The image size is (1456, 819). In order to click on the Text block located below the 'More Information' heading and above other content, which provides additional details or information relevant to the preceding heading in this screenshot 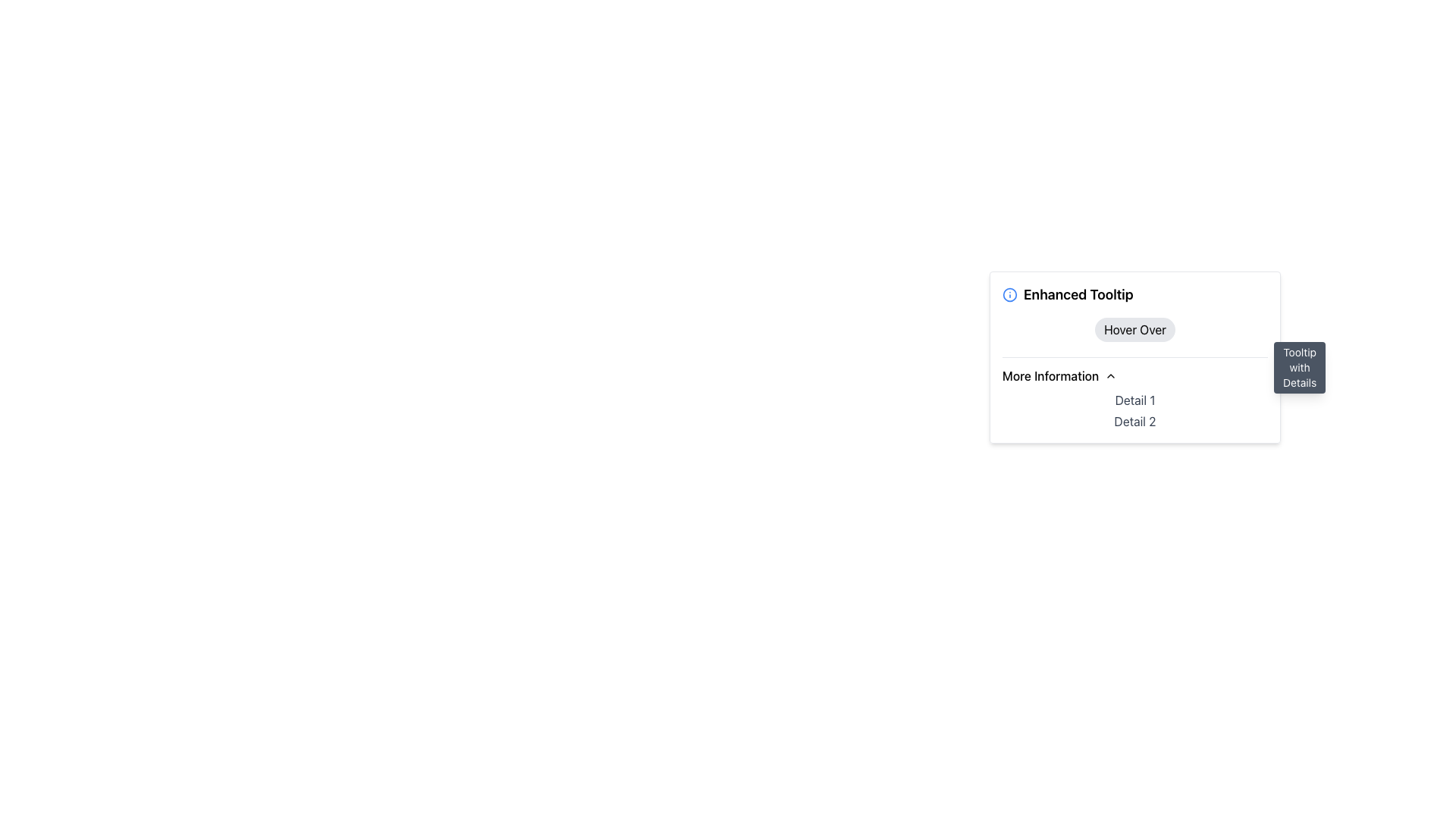, I will do `click(1135, 411)`.